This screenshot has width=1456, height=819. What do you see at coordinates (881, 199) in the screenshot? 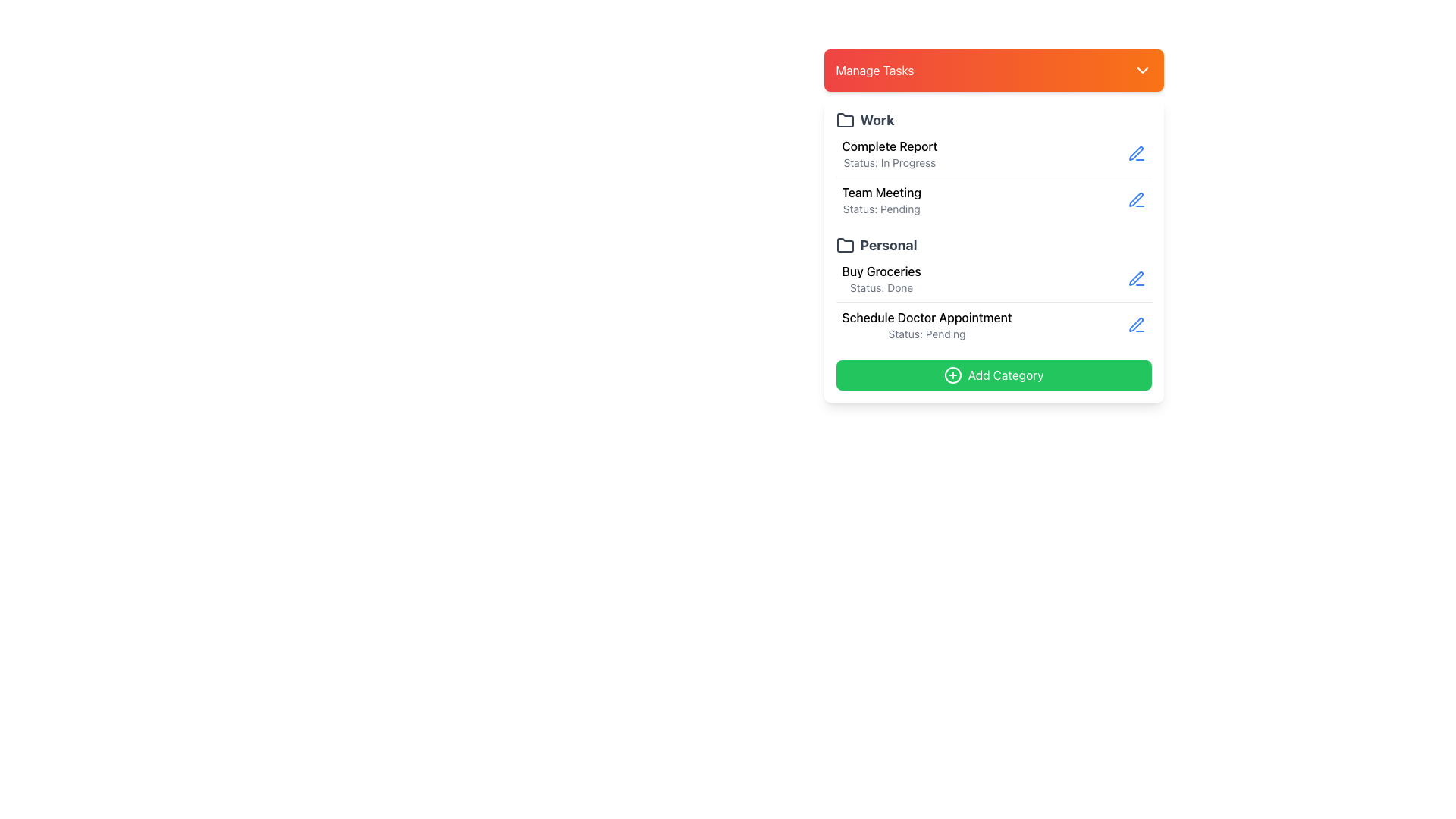
I see `displayed text of the 'Team Meeting' task label in the task management interface, which shows its status as 'Pending'` at bounding box center [881, 199].